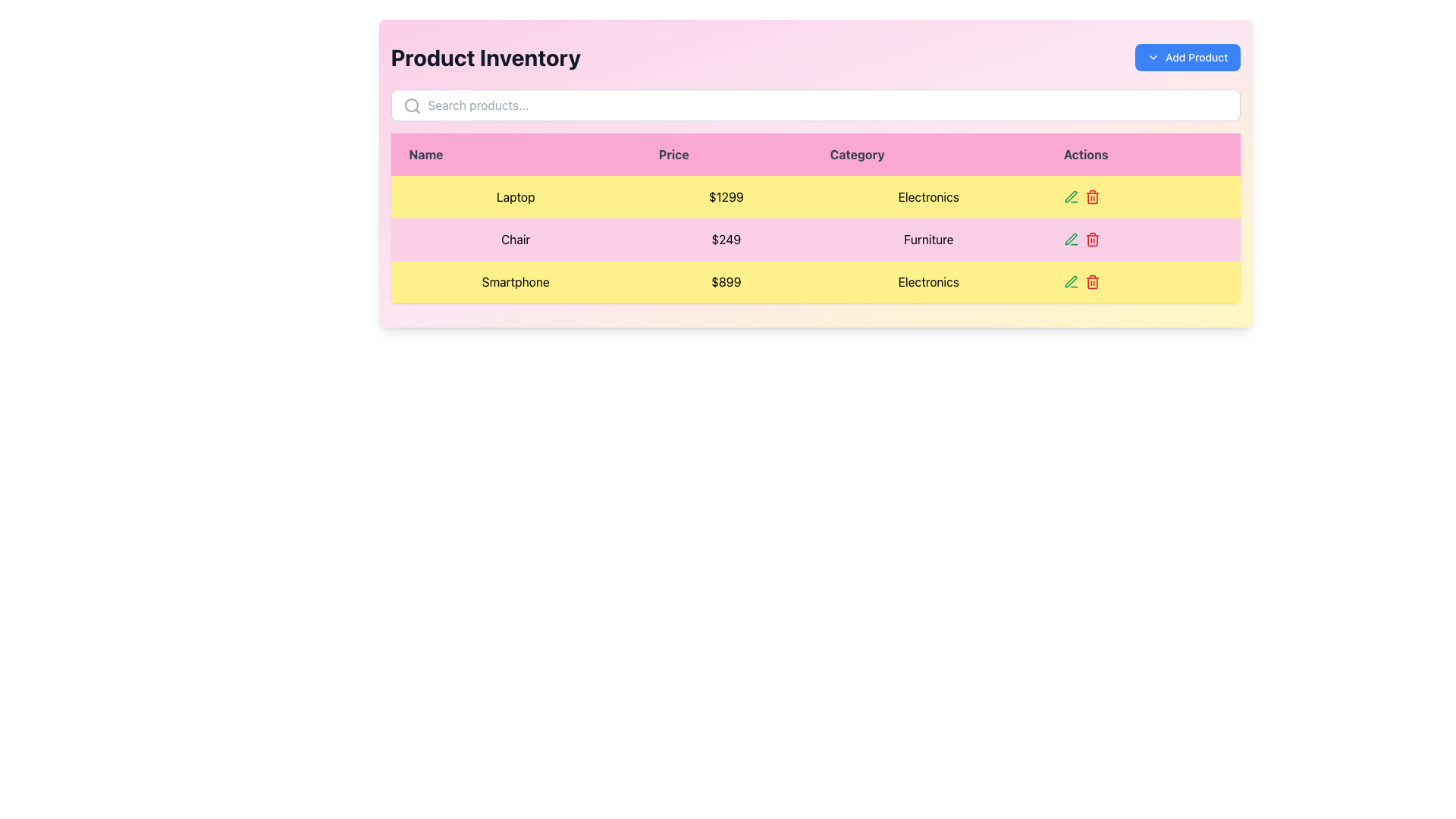 The height and width of the screenshot is (819, 1456). I want to click on the Static Text element that displays the price of the 'Smartphone' product in the inventory table, located between the 'Name' and 'Category' fields, so click(725, 281).